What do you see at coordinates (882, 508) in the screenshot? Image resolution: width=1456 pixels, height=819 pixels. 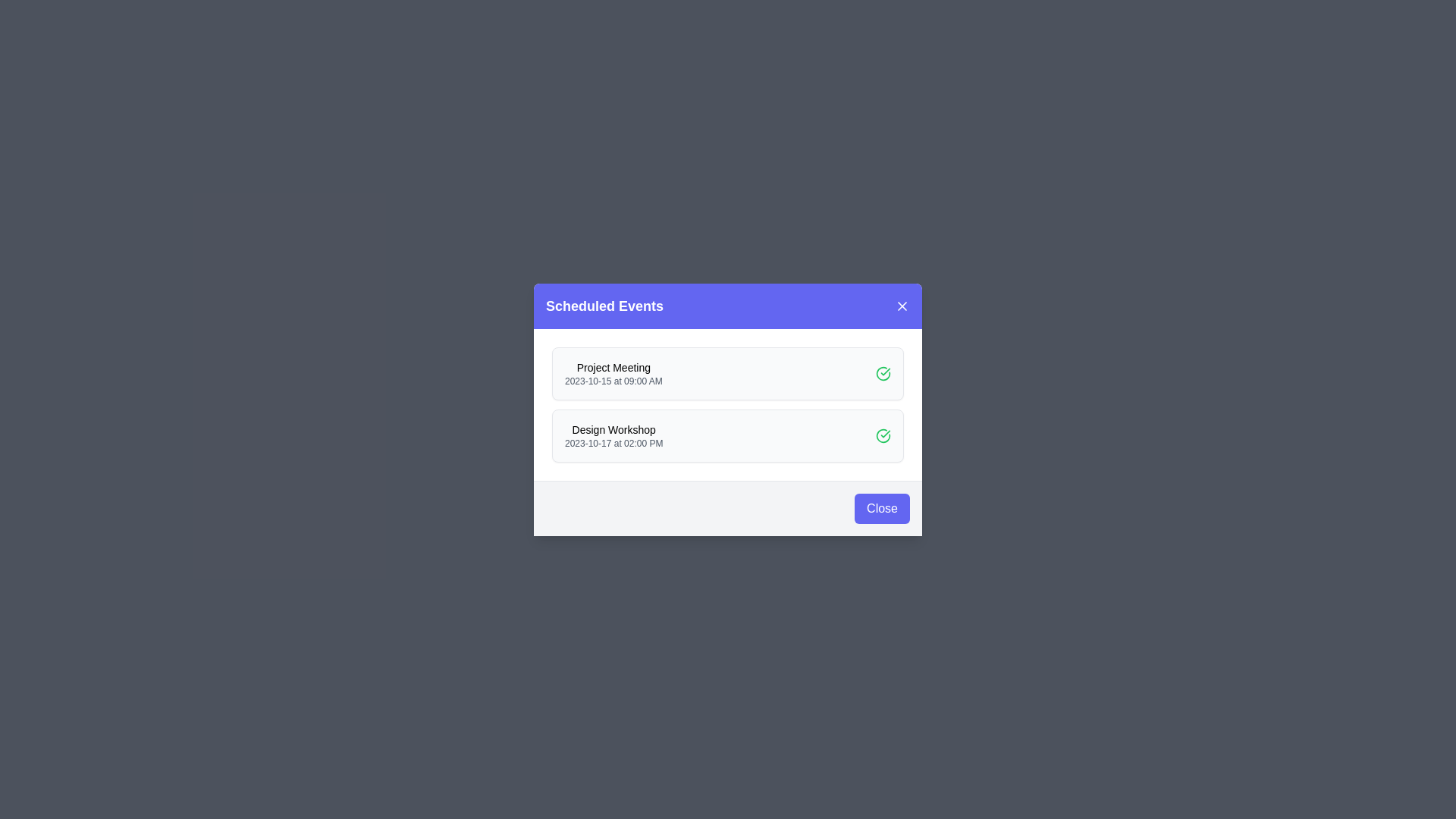 I see `the close button located at the bottom-right corner of the 'Scheduled Events' modal` at bounding box center [882, 508].